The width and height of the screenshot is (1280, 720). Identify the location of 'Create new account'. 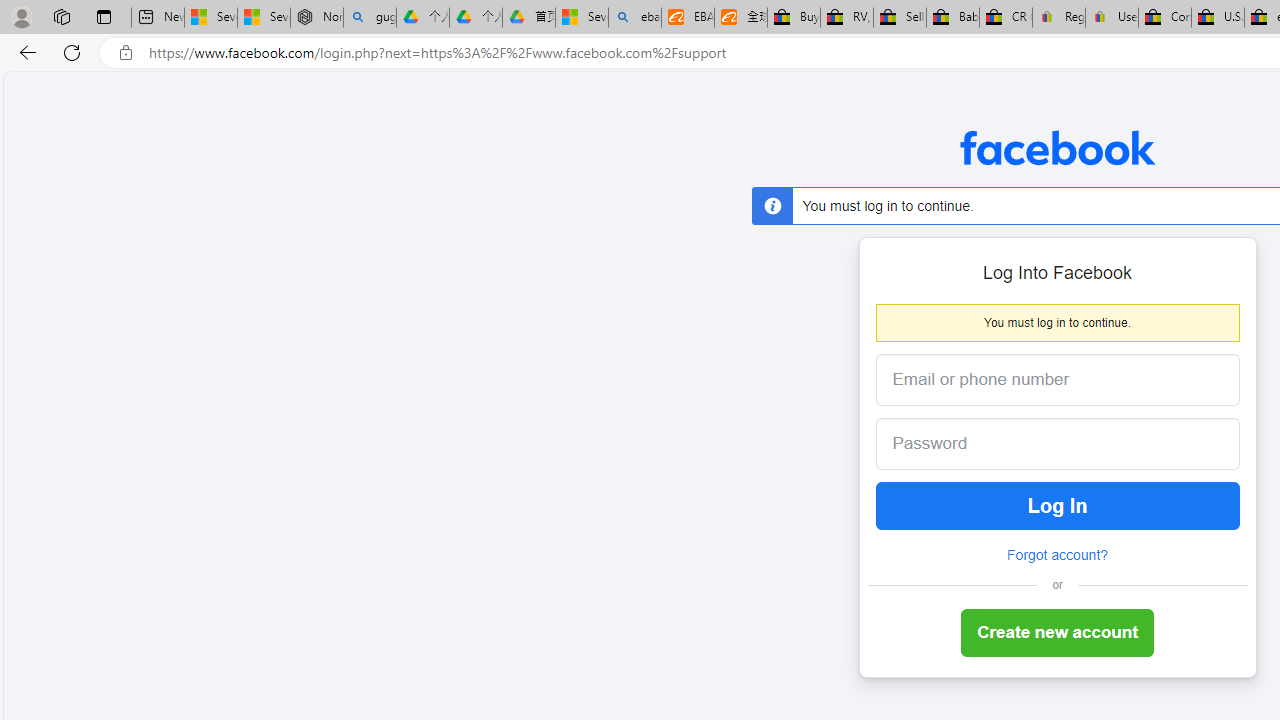
(1056, 633).